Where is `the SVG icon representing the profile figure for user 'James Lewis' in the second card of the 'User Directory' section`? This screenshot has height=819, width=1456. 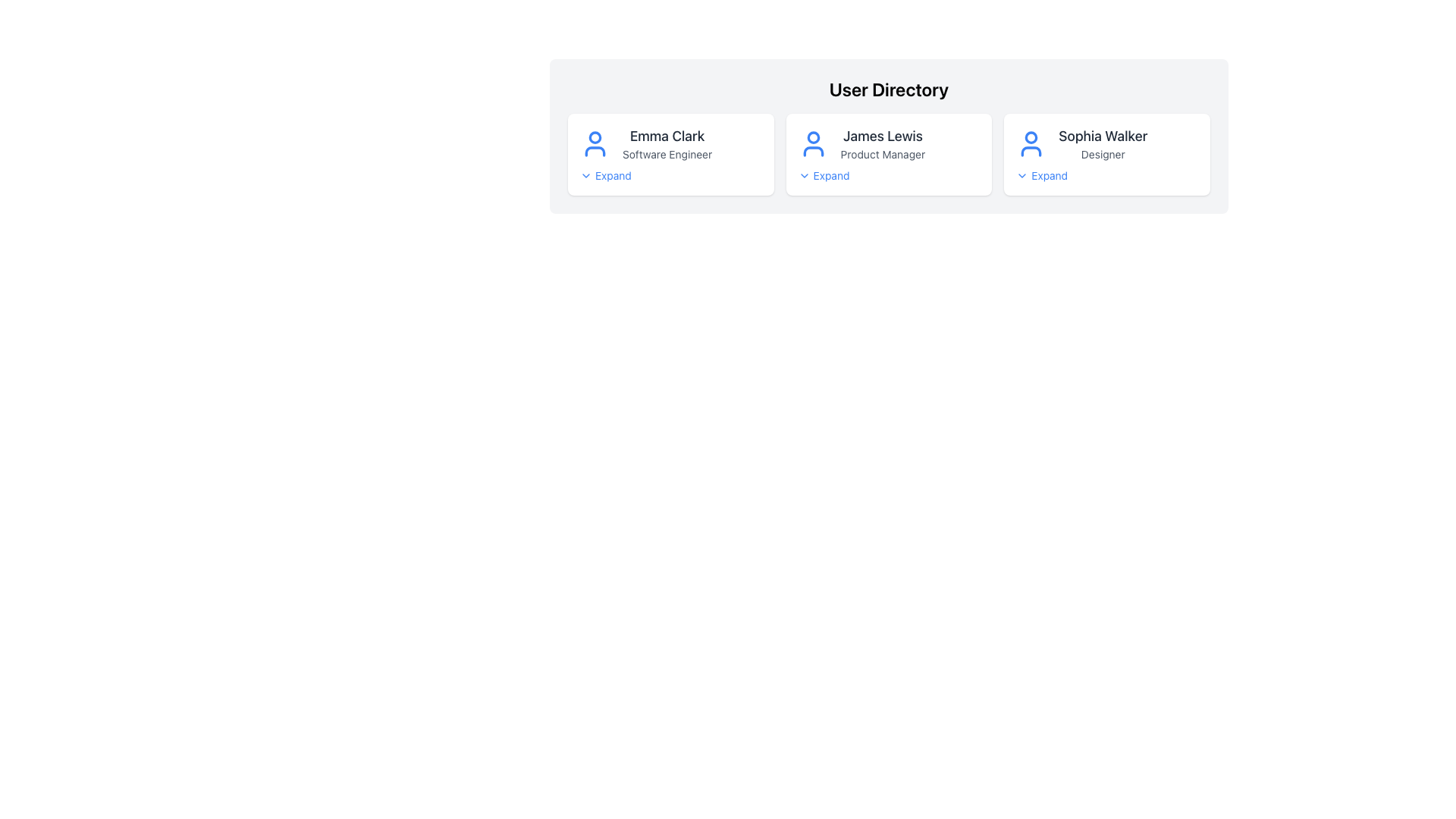 the SVG icon representing the profile figure for user 'James Lewis' in the second card of the 'User Directory' section is located at coordinates (812, 152).